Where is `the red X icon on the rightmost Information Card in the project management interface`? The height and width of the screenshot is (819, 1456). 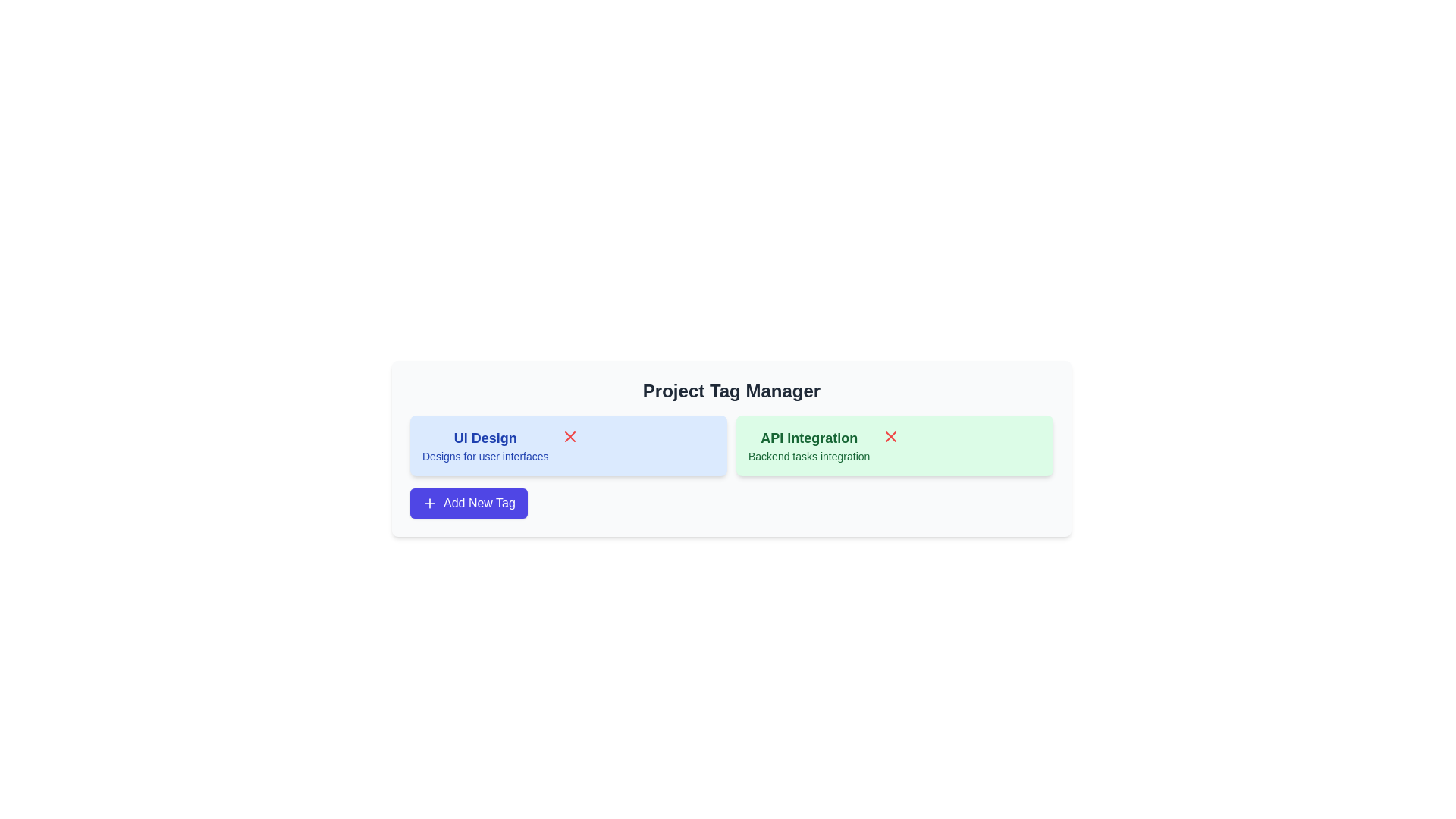 the red X icon on the rightmost Information Card in the project management interface is located at coordinates (895, 444).